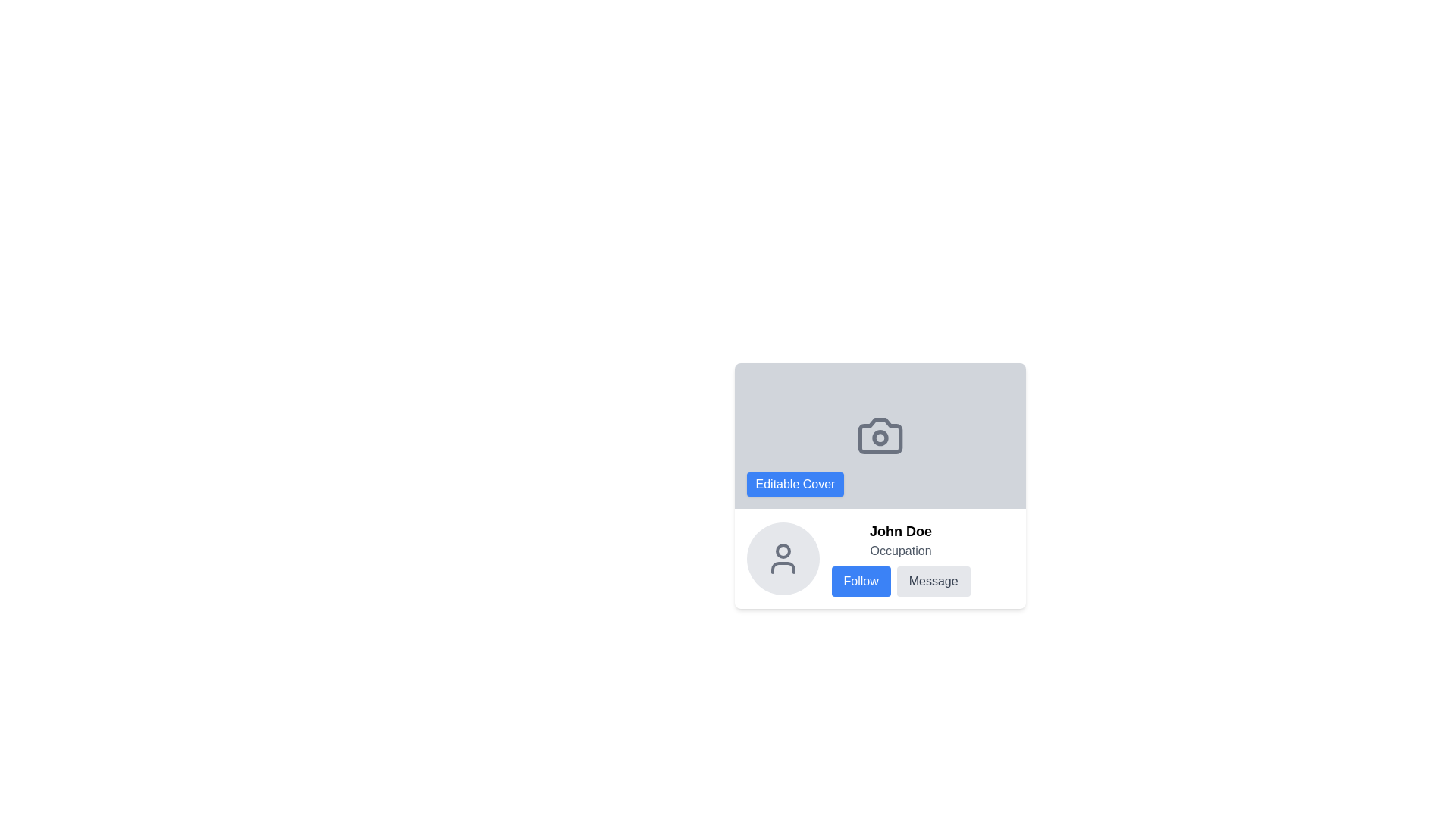 The width and height of the screenshot is (1456, 819). I want to click on the 'Message' button, which is the second button in a horizontal group of two buttons, to change its background color, so click(933, 581).